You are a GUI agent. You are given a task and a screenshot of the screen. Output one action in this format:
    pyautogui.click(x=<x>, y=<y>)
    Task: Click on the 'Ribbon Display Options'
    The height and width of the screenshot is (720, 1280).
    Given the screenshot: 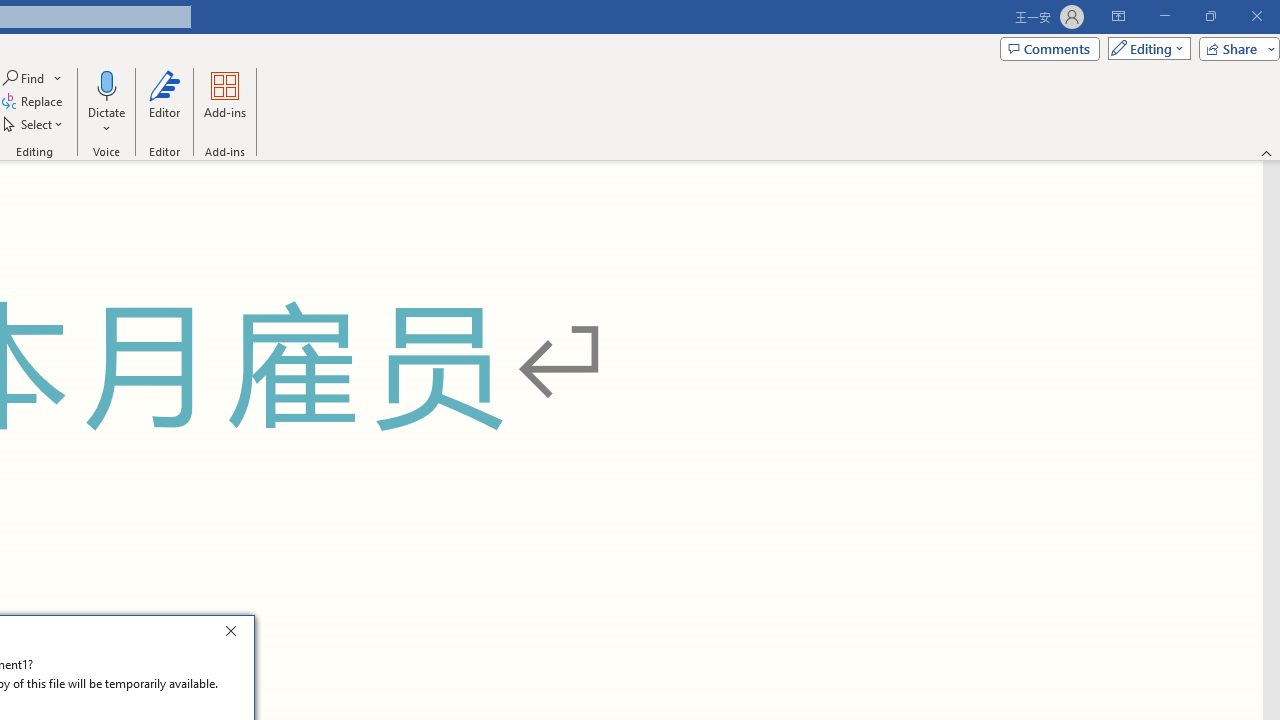 What is the action you would take?
    pyautogui.click(x=1117, y=16)
    